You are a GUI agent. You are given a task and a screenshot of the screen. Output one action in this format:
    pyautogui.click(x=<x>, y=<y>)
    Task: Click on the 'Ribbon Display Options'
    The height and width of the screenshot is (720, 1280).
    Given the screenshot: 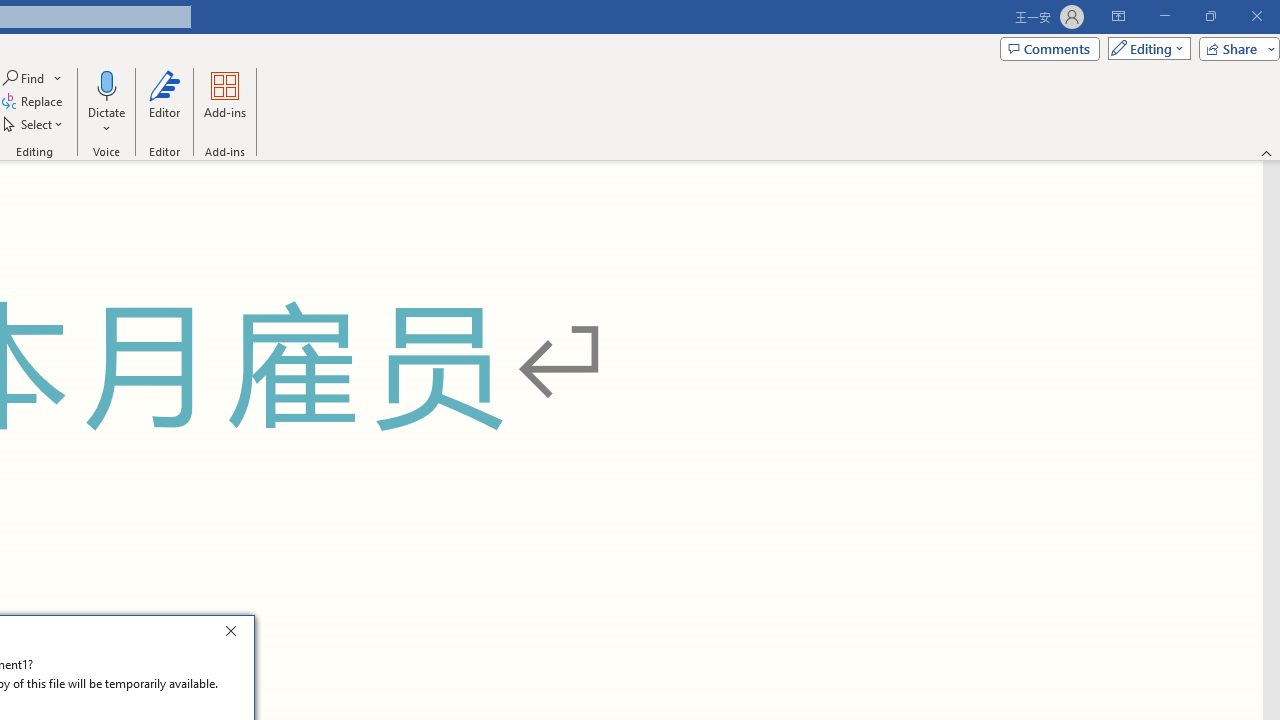 What is the action you would take?
    pyautogui.click(x=1117, y=16)
    